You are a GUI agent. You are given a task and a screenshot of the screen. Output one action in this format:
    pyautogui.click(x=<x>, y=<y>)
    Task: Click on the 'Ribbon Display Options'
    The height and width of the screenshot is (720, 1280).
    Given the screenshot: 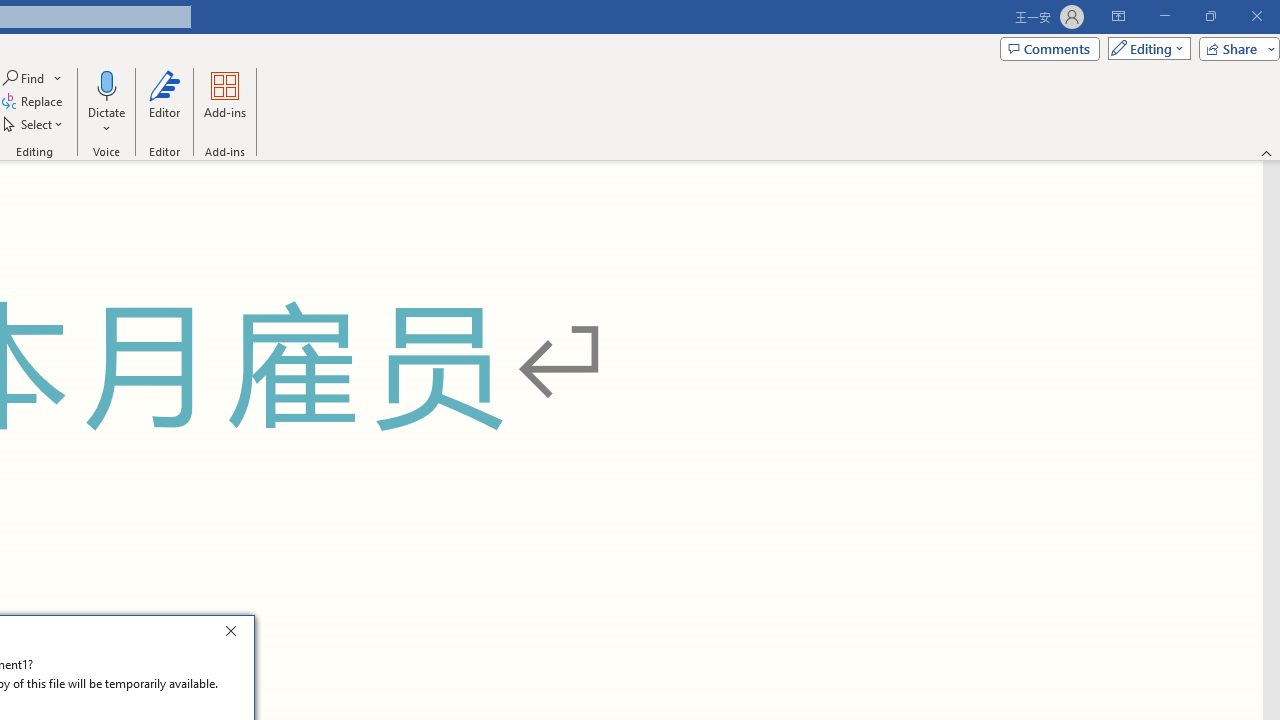 What is the action you would take?
    pyautogui.click(x=1117, y=16)
    